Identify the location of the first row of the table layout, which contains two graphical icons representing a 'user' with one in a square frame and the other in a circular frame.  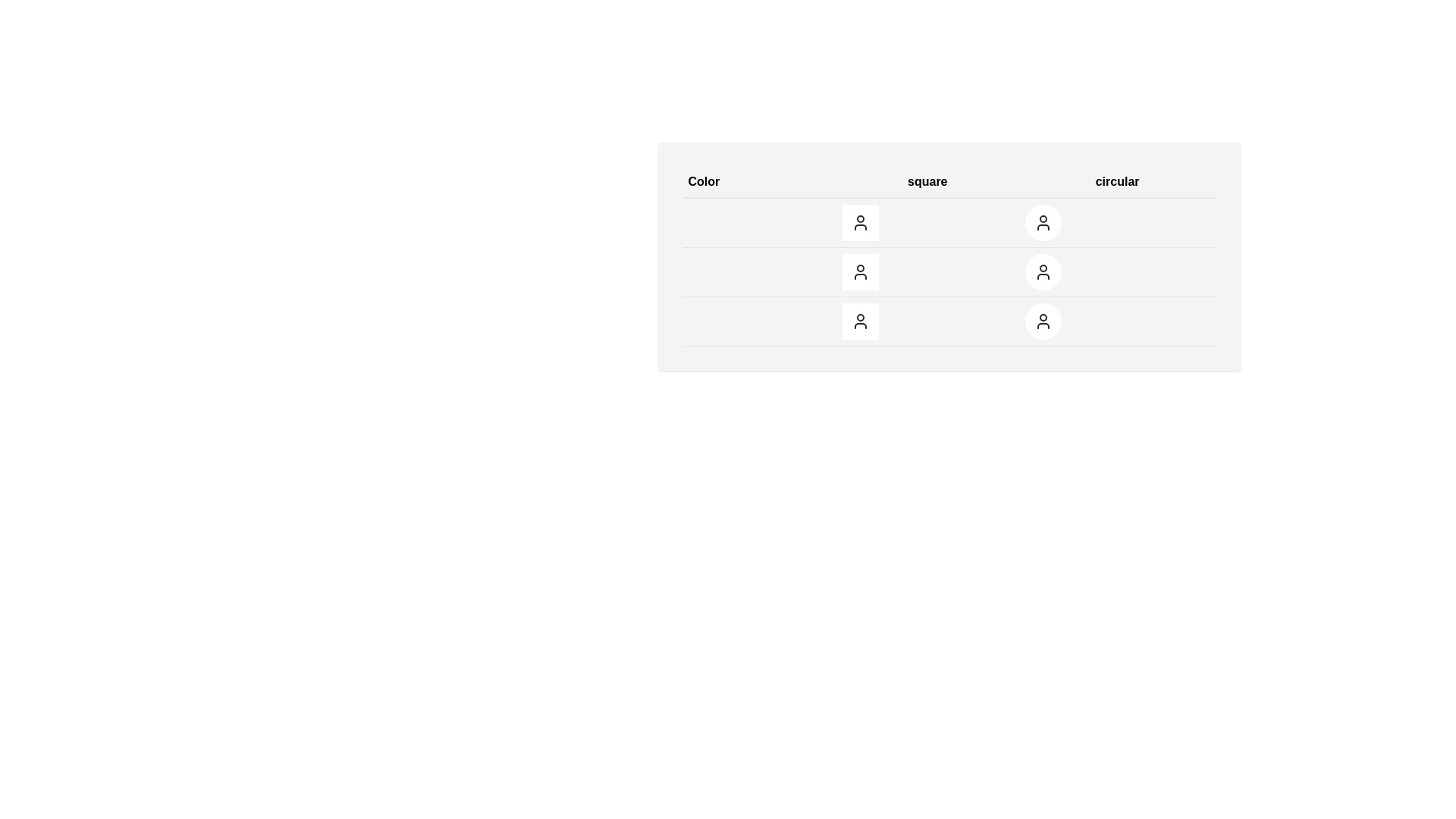
(948, 222).